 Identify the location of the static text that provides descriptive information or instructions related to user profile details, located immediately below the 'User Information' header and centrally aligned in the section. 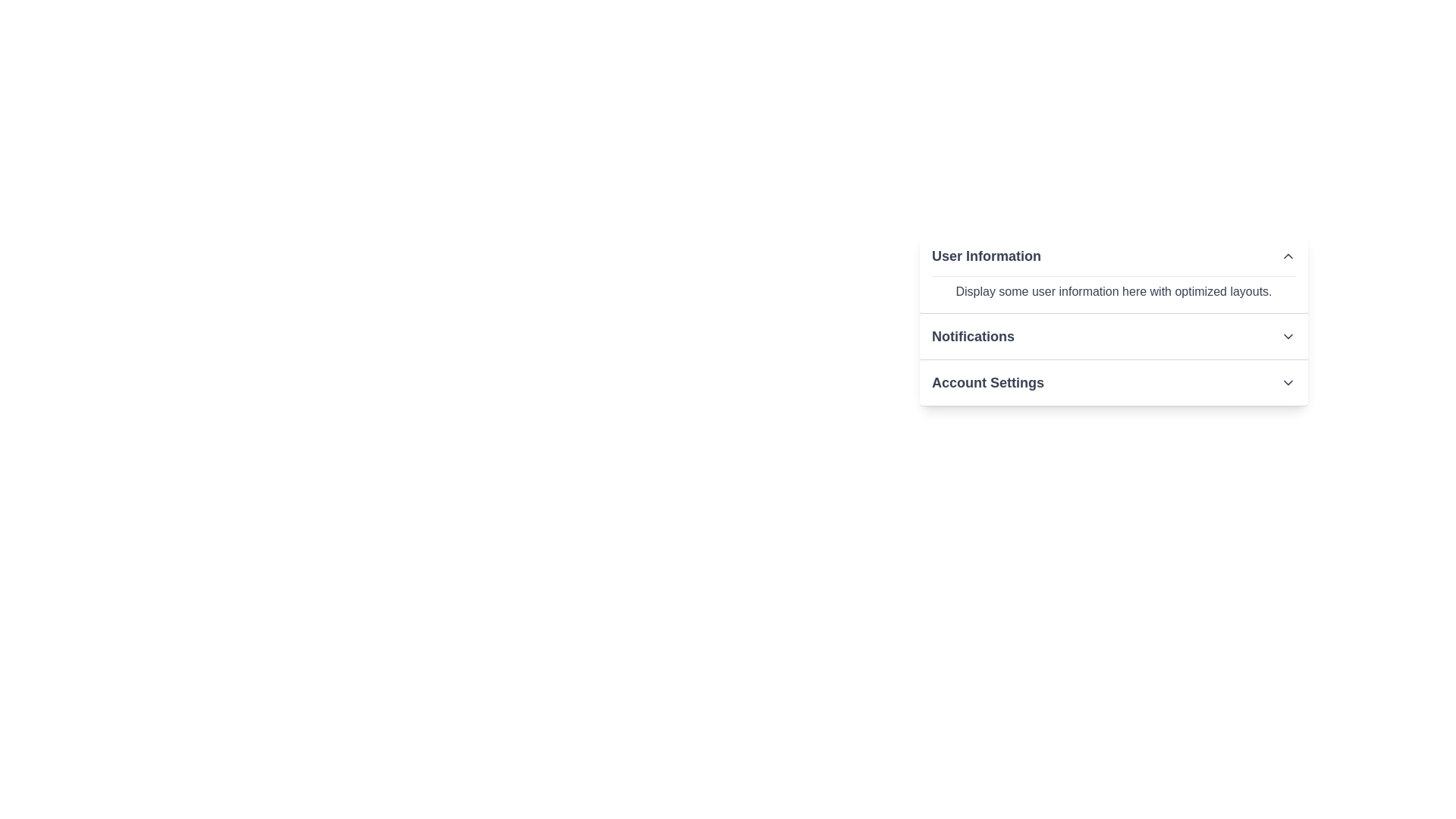
(1113, 292).